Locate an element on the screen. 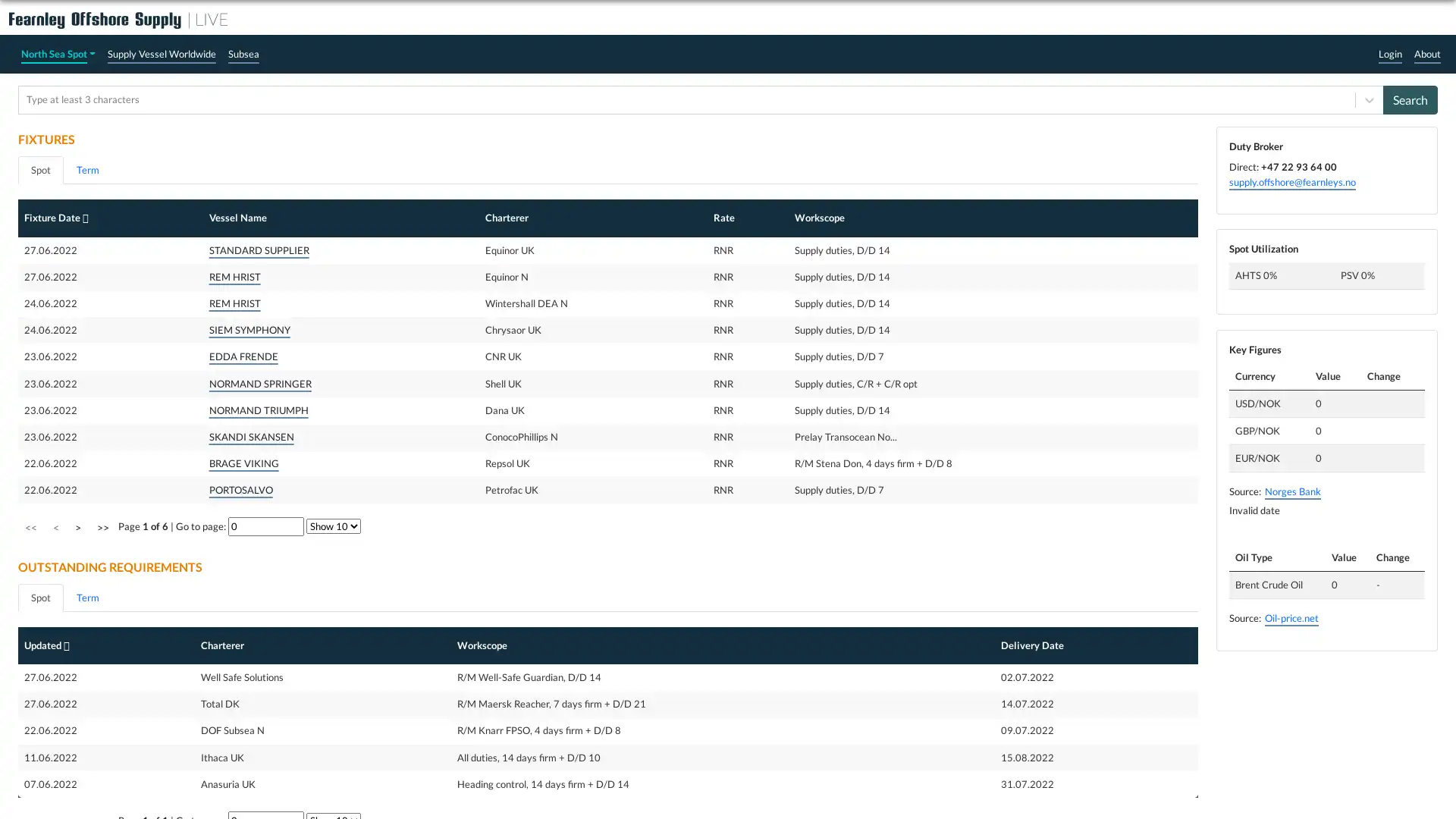 The height and width of the screenshot is (819, 1456). North Sea Spot is located at coordinates (58, 53).